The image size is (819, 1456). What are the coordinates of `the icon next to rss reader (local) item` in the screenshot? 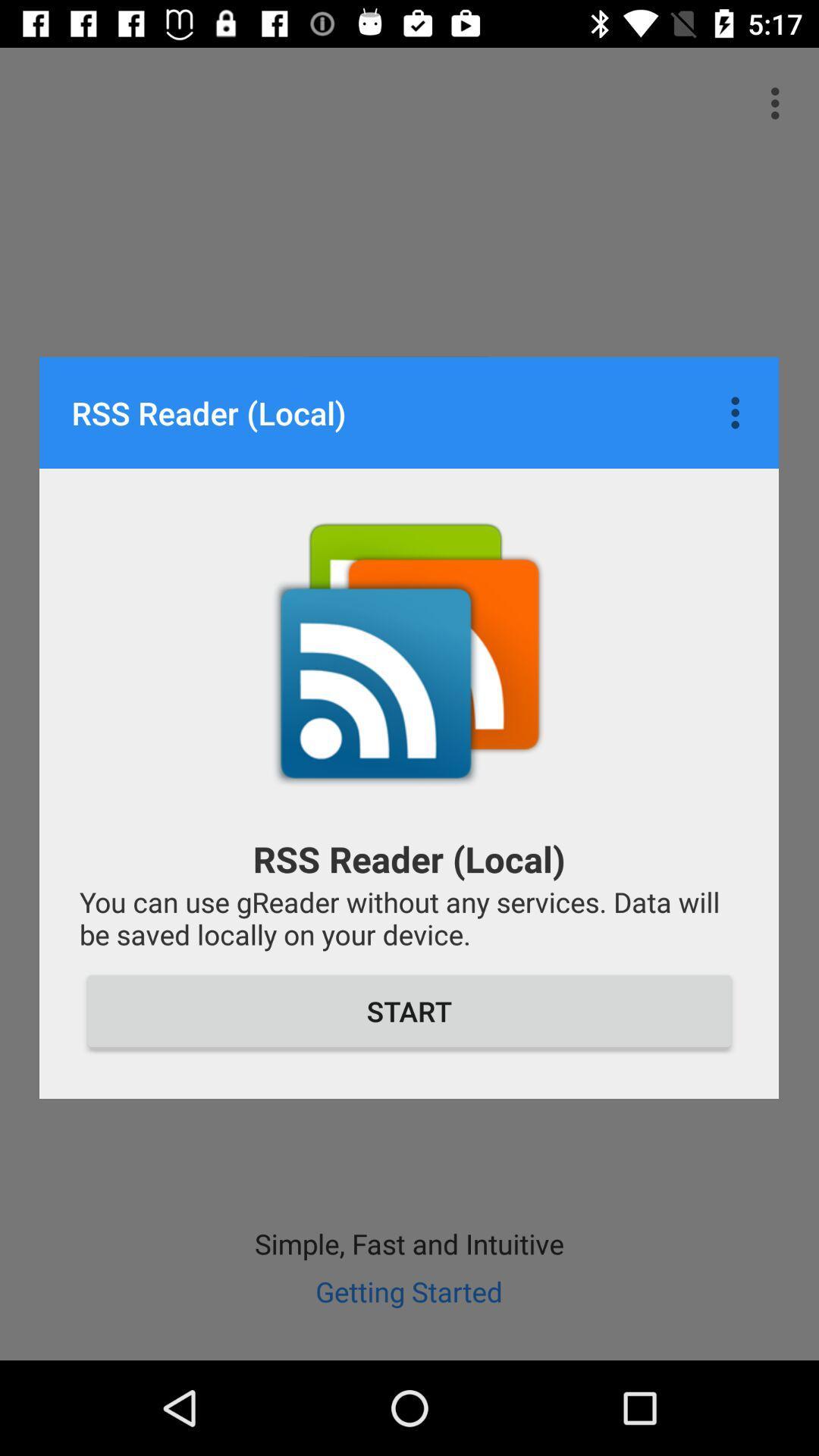 It's located at (739, 413).